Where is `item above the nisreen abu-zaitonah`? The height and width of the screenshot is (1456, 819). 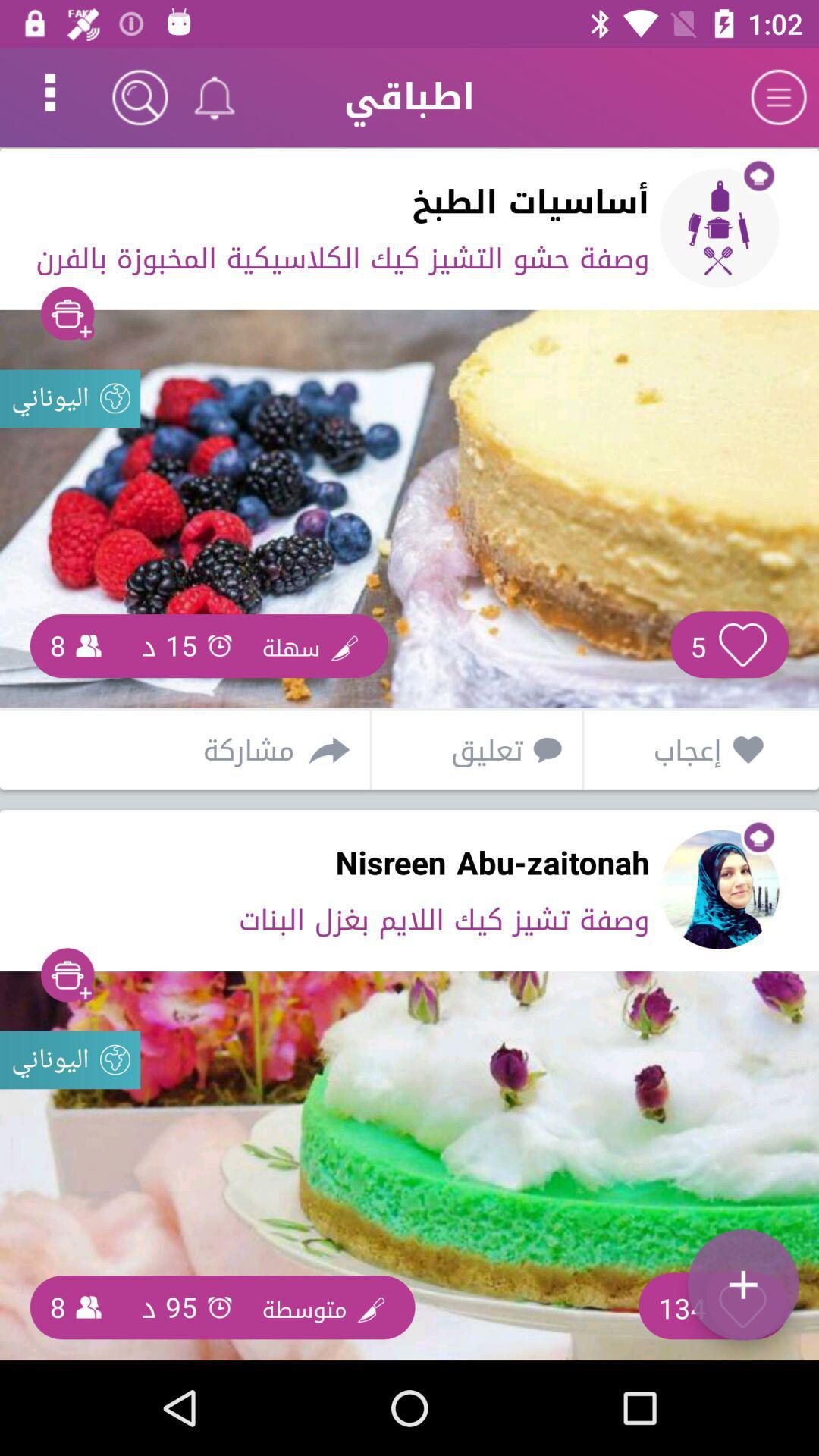
item above the nisreen abu-zaitonah is located at coordinates (471, 750).